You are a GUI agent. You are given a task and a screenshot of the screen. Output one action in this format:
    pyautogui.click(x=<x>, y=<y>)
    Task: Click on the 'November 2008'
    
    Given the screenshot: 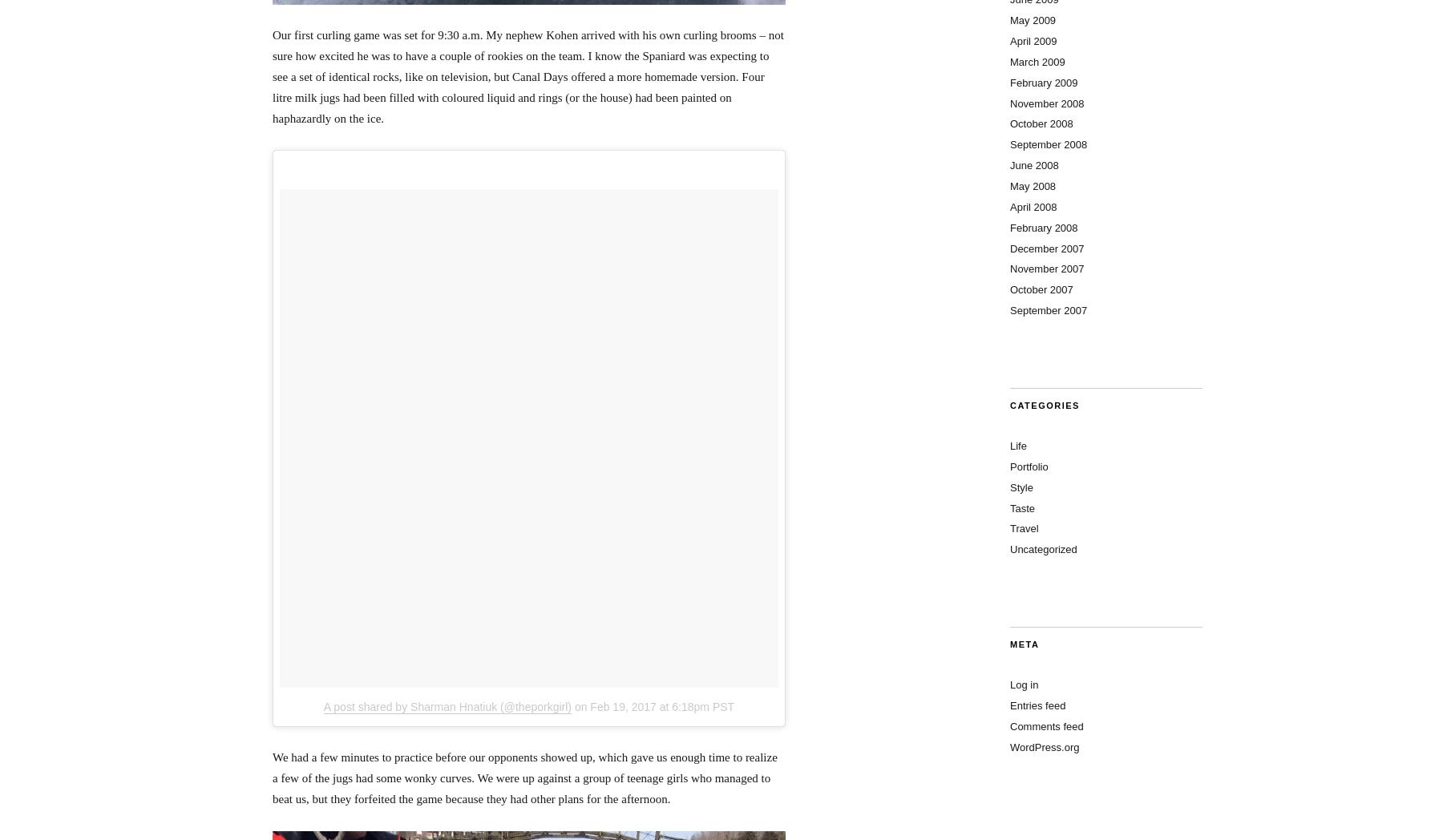 What is the action you would take?
    pyautogui.click(x=1047, y=102)
    